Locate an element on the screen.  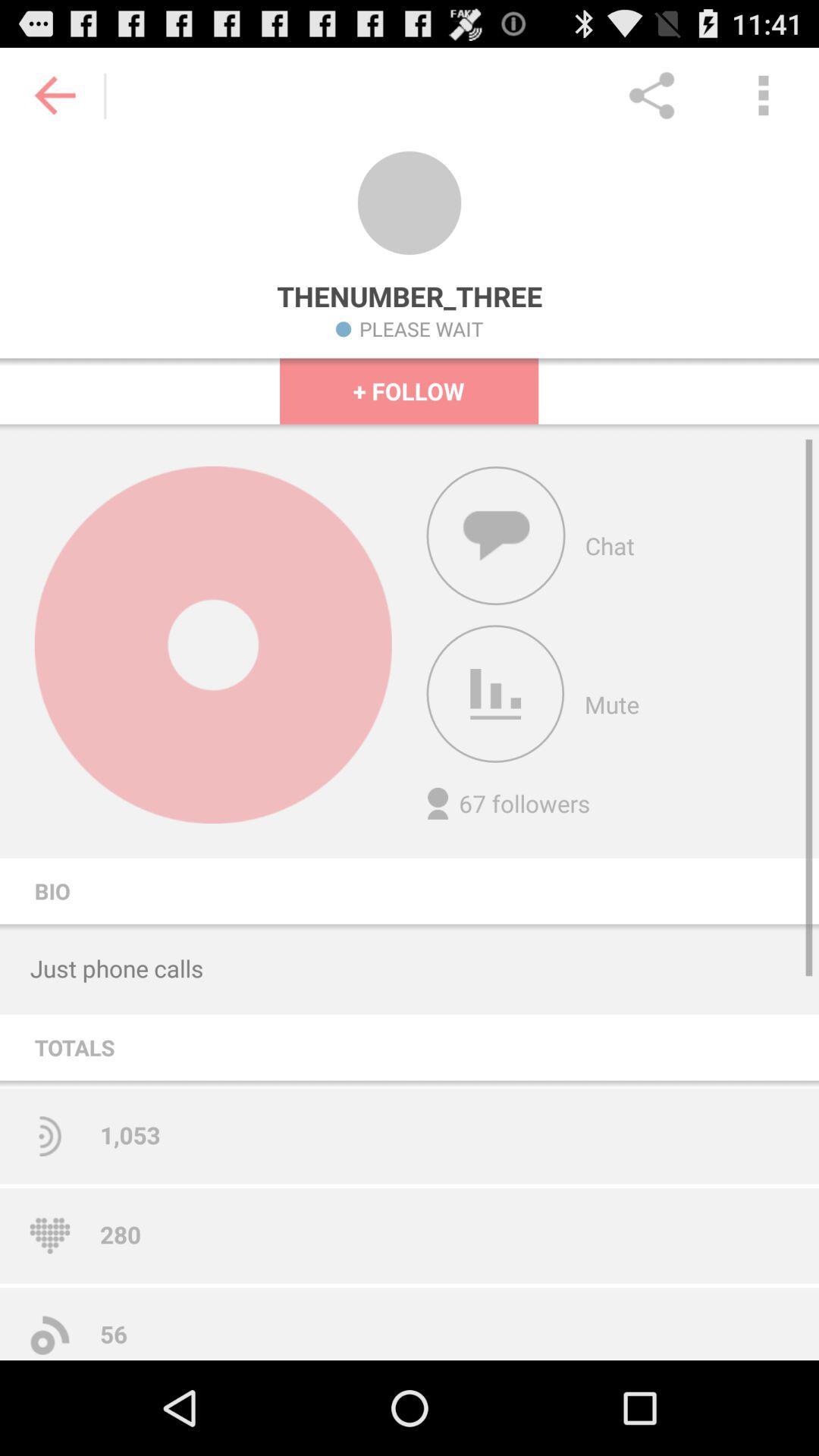
the three dots button on the top right corner of the web page is located at coordinates (763, 94).